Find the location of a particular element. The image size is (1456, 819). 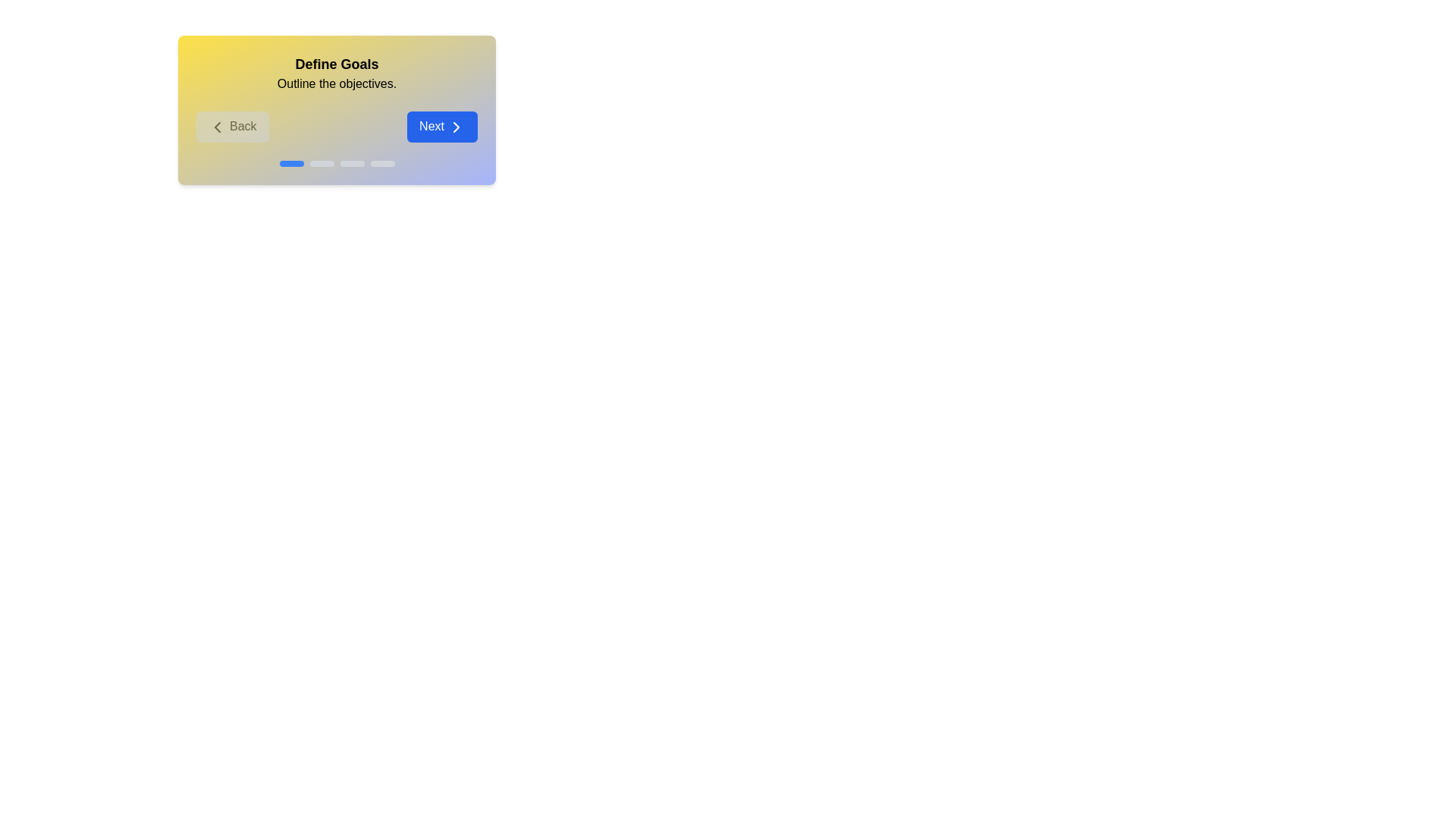

the progress indicator corresponding to stage 2 is located at coordinates (321, 163).